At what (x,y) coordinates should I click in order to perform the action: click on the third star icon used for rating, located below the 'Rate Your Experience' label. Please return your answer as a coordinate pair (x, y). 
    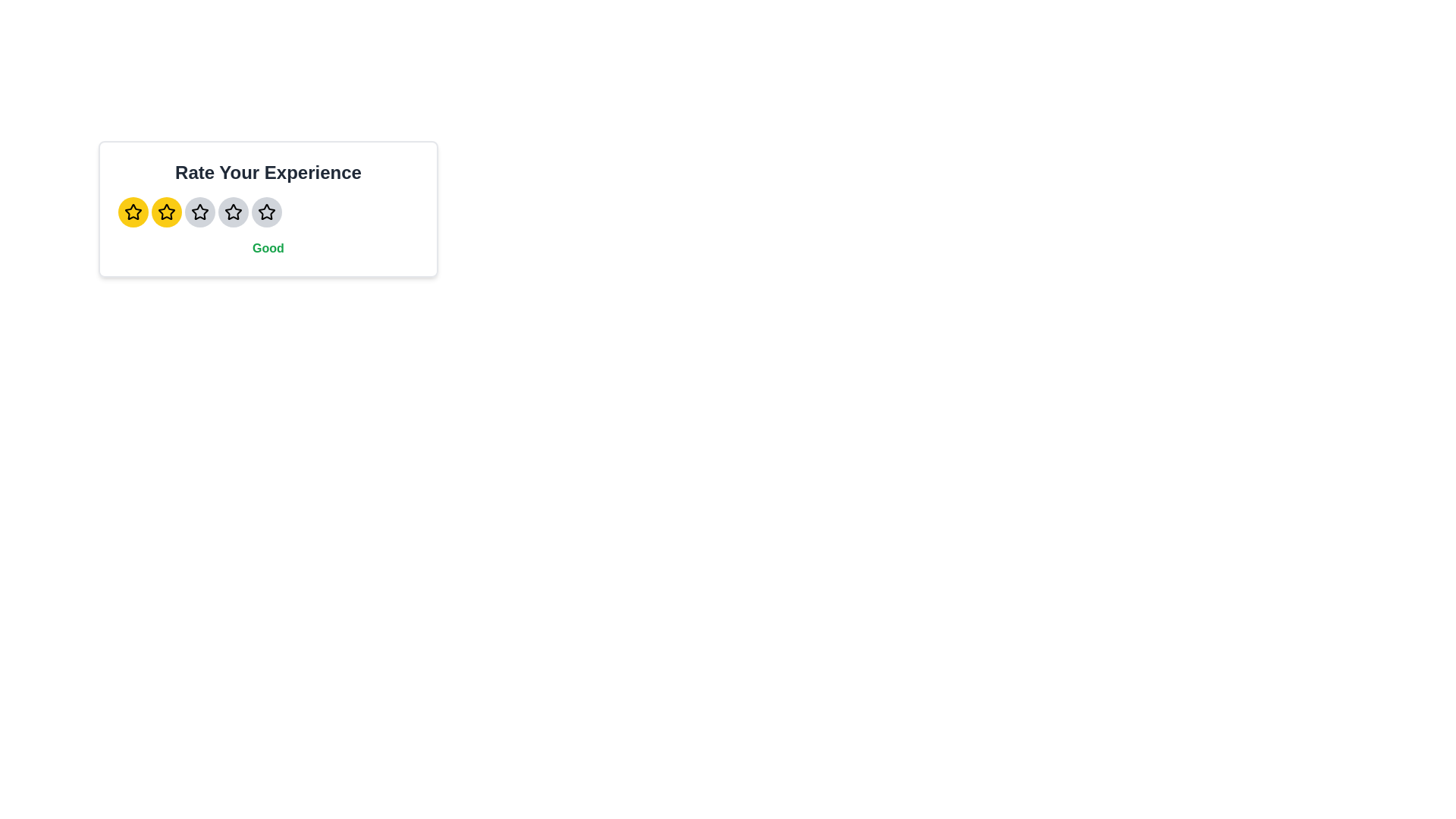
    Looking at the image, I should click on (232, 212).